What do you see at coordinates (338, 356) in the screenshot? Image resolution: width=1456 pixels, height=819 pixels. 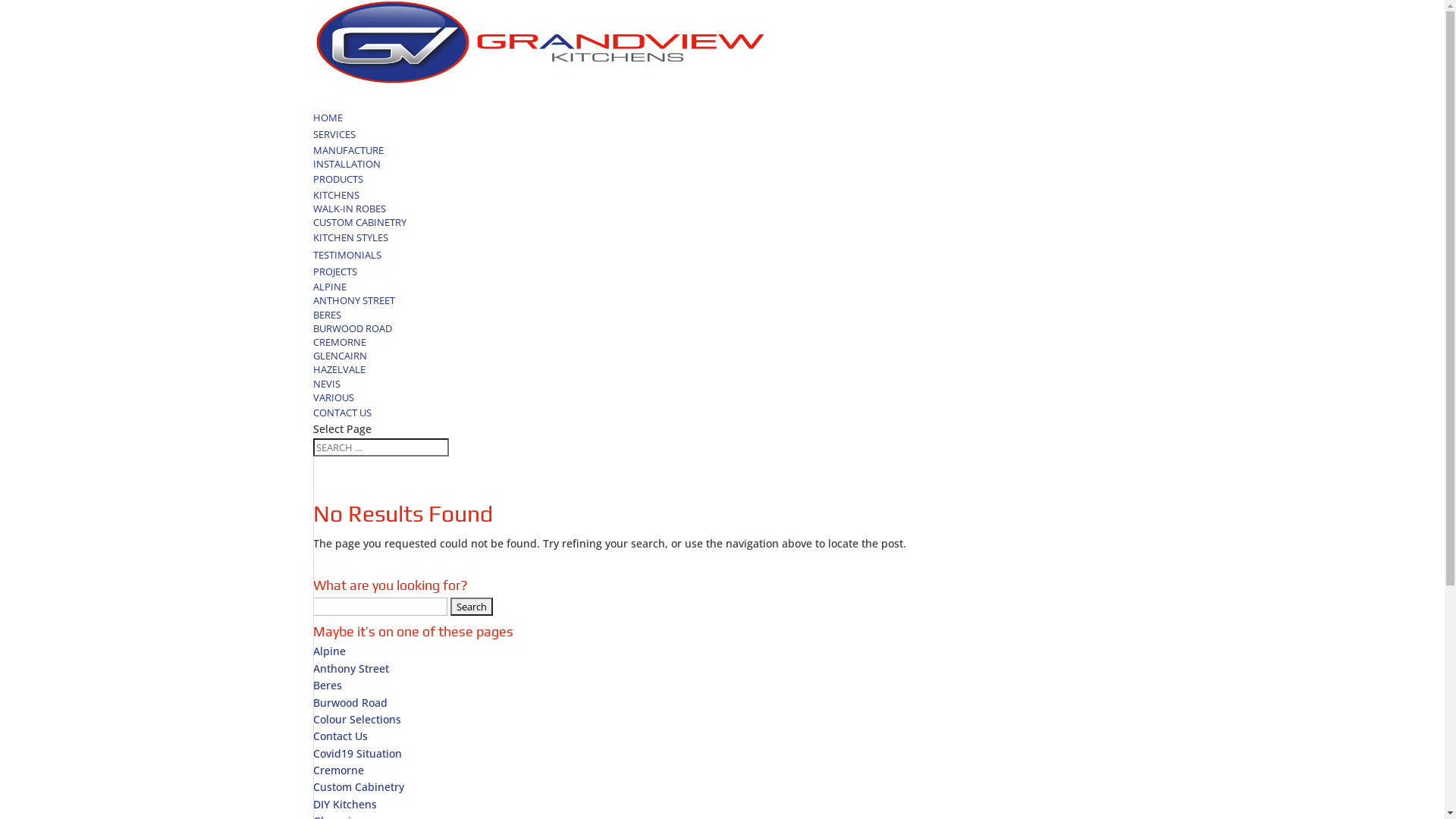 I see `'GLENCAIRN'` at bounding box center [338, 356].